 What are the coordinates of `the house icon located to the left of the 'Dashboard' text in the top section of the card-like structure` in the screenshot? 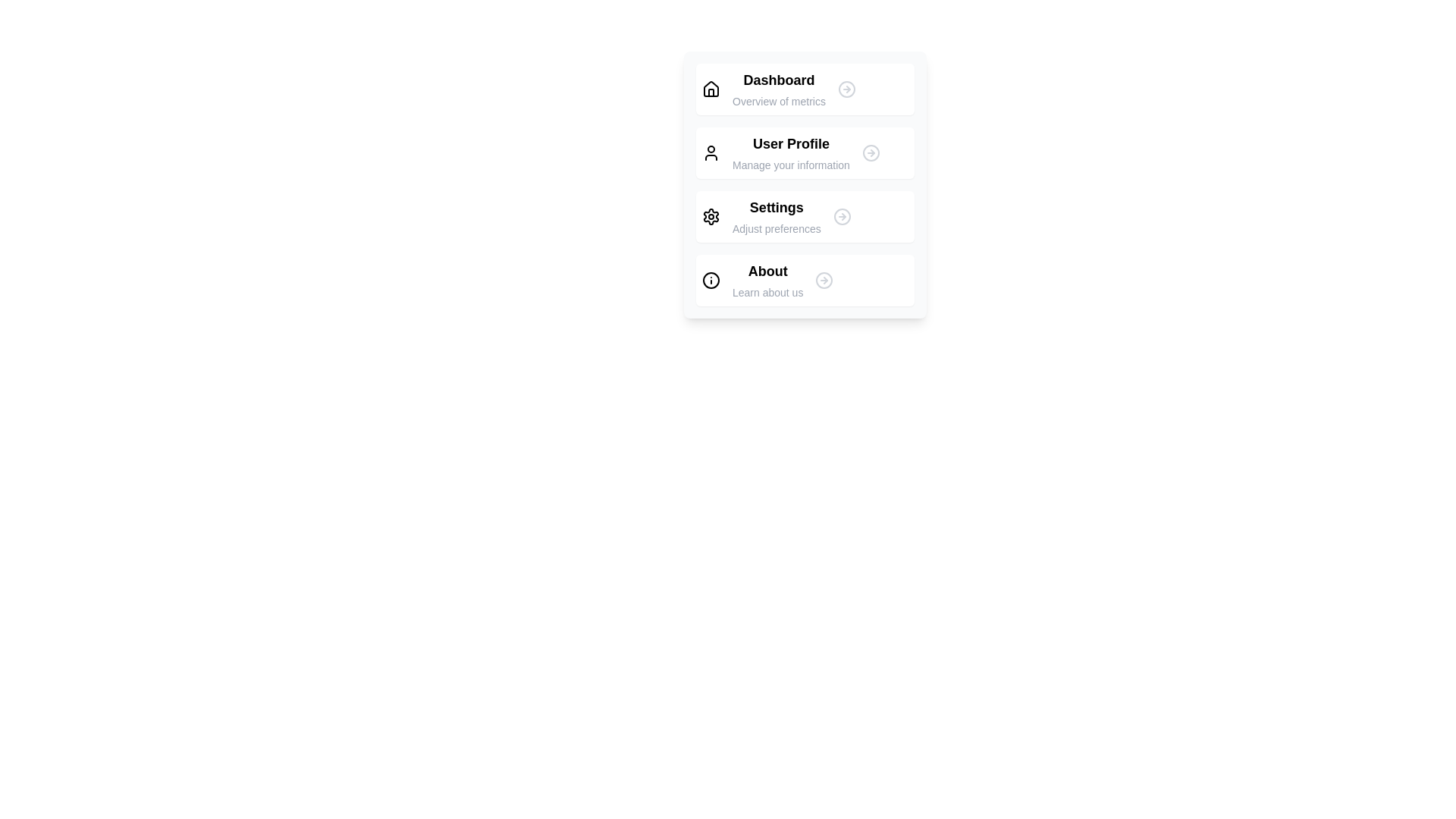 It's located at (710, 89).